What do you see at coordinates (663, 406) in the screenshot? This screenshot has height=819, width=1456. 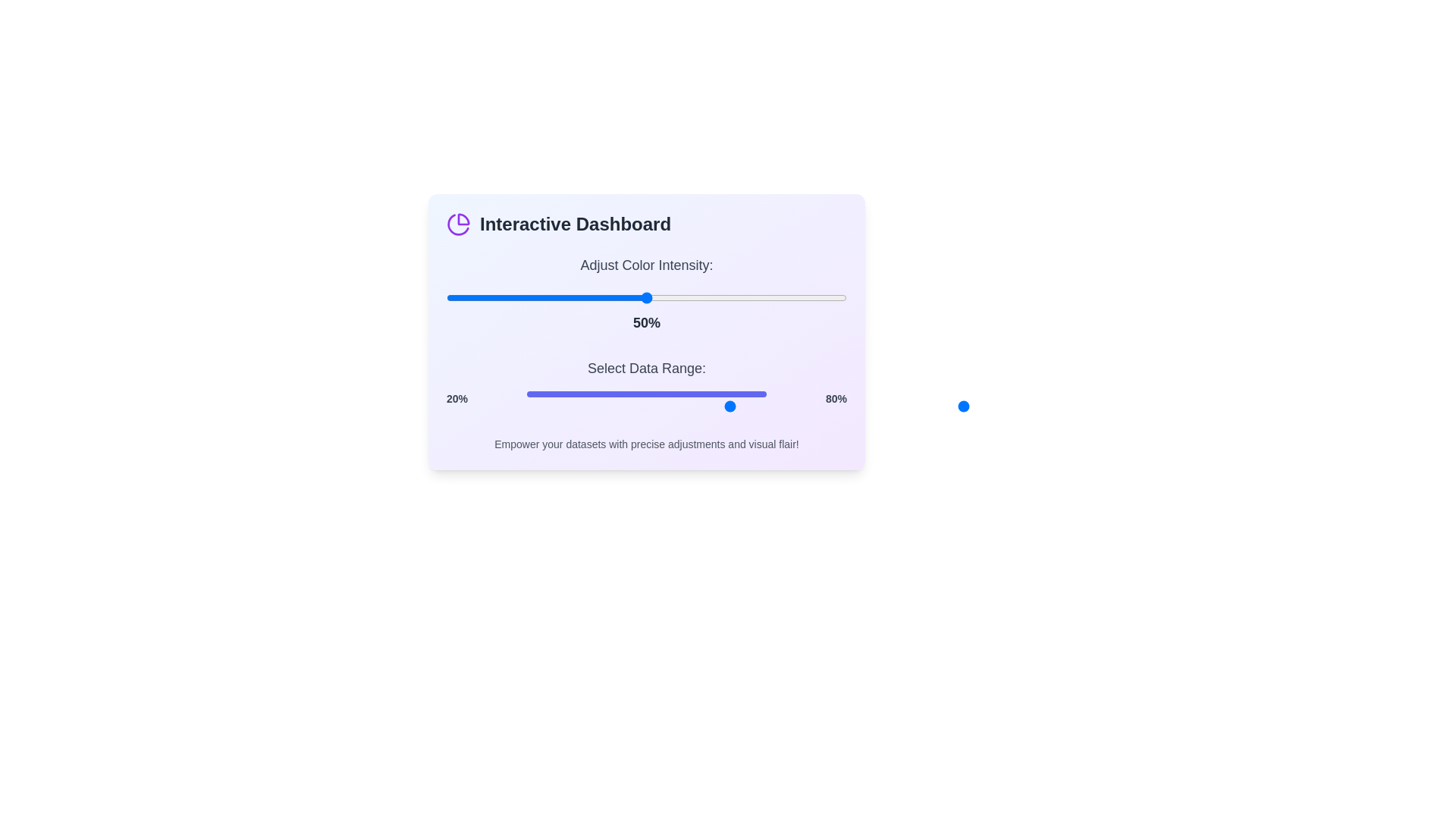 I see `the slider` at bounding box center [663, 406].